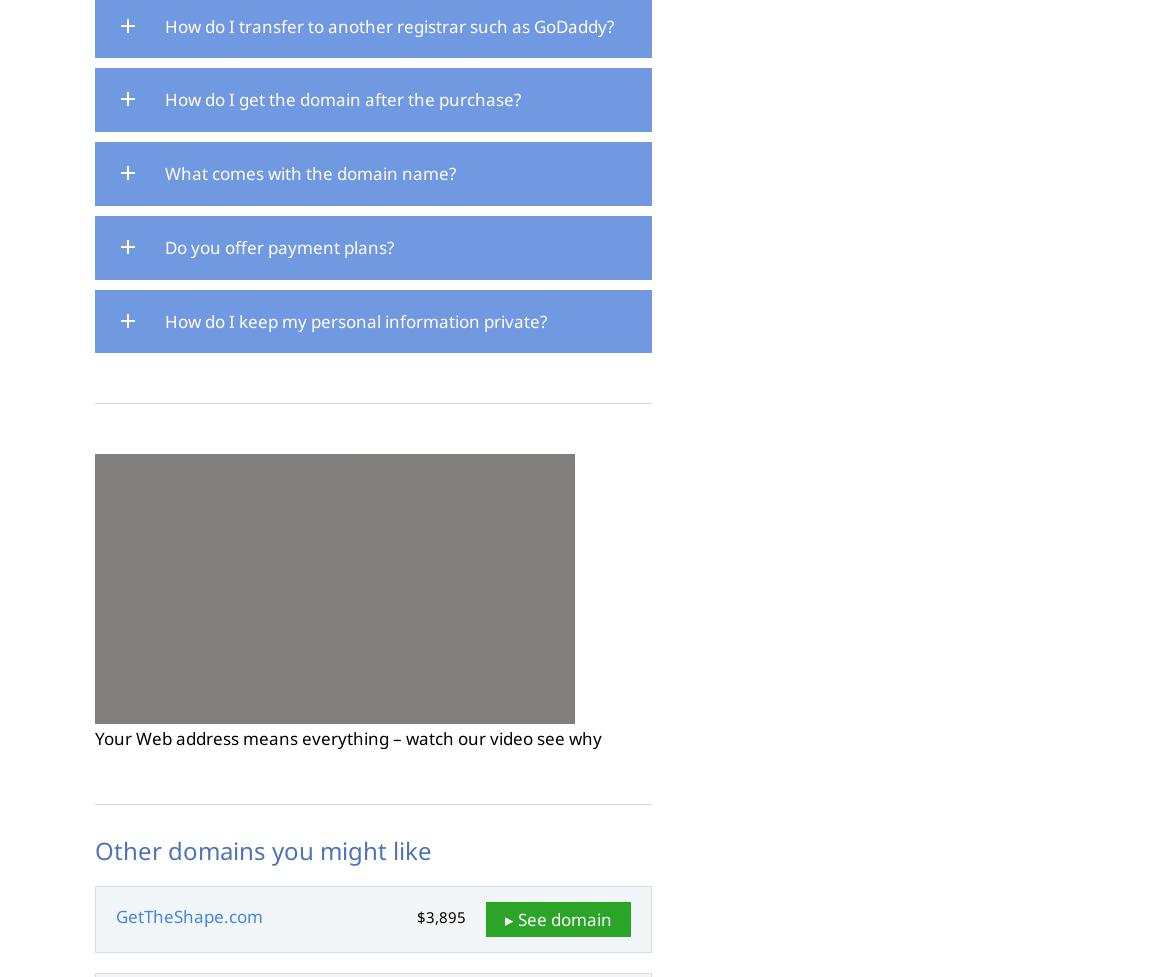 This screenshot has width=1150, height=977. I want to click on 'Your Web address means everything – watch our video see why', so click(348, 738).